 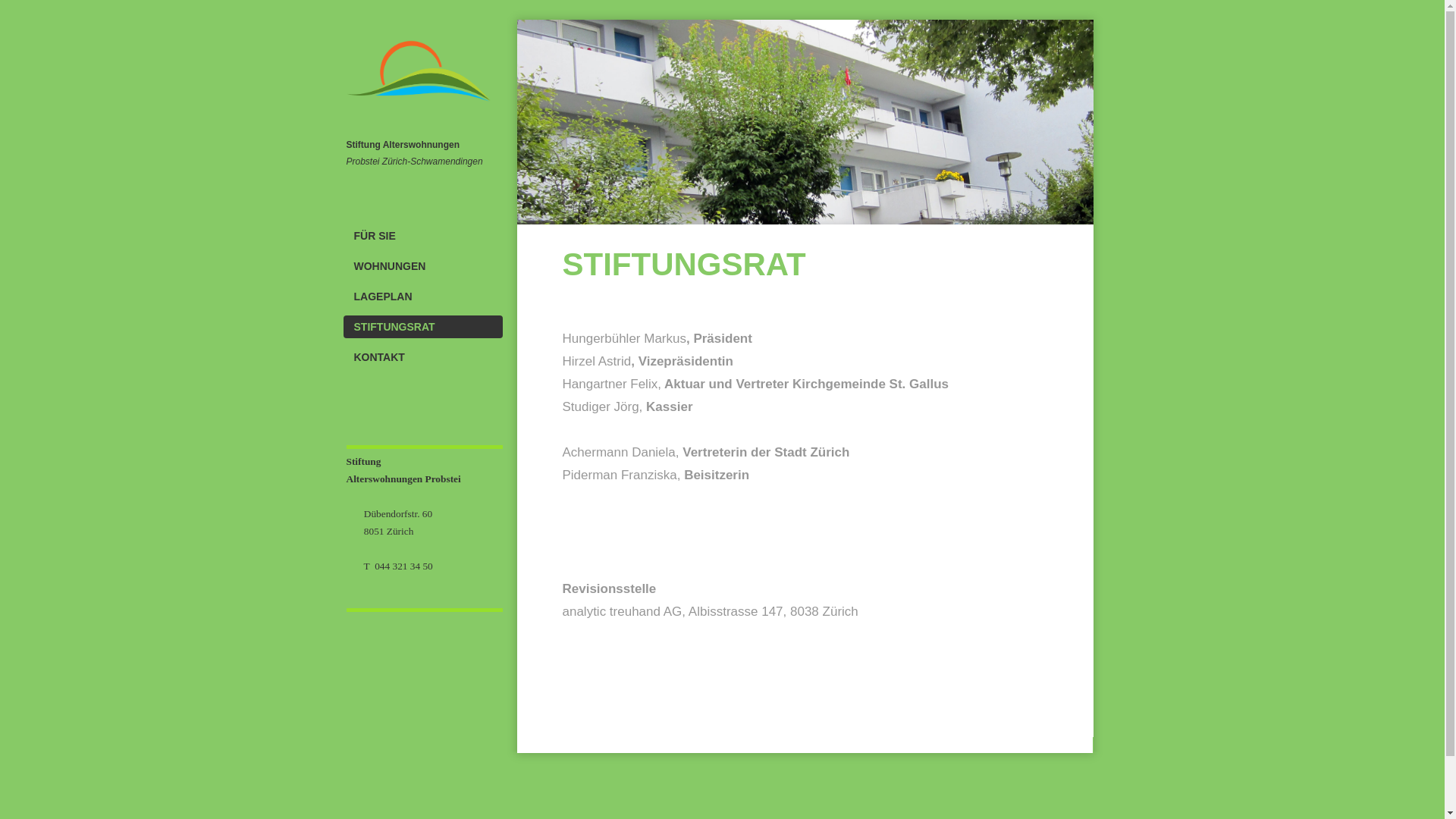 I want to click on 'WOHNUNGEN', so click(x=422, y=265).